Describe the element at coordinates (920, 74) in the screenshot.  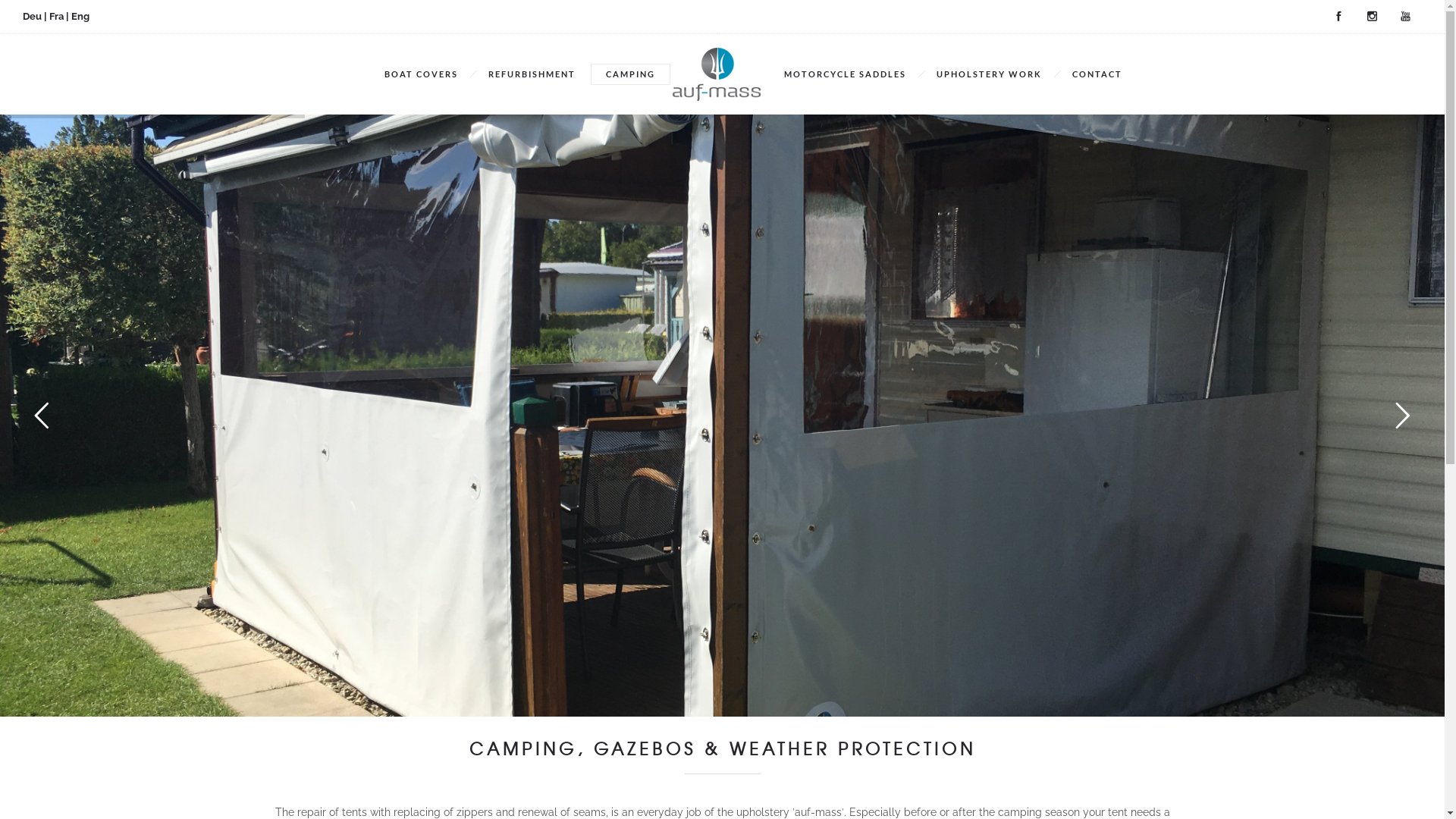
I see `'UPHOLSTERY WORK'` at that location.